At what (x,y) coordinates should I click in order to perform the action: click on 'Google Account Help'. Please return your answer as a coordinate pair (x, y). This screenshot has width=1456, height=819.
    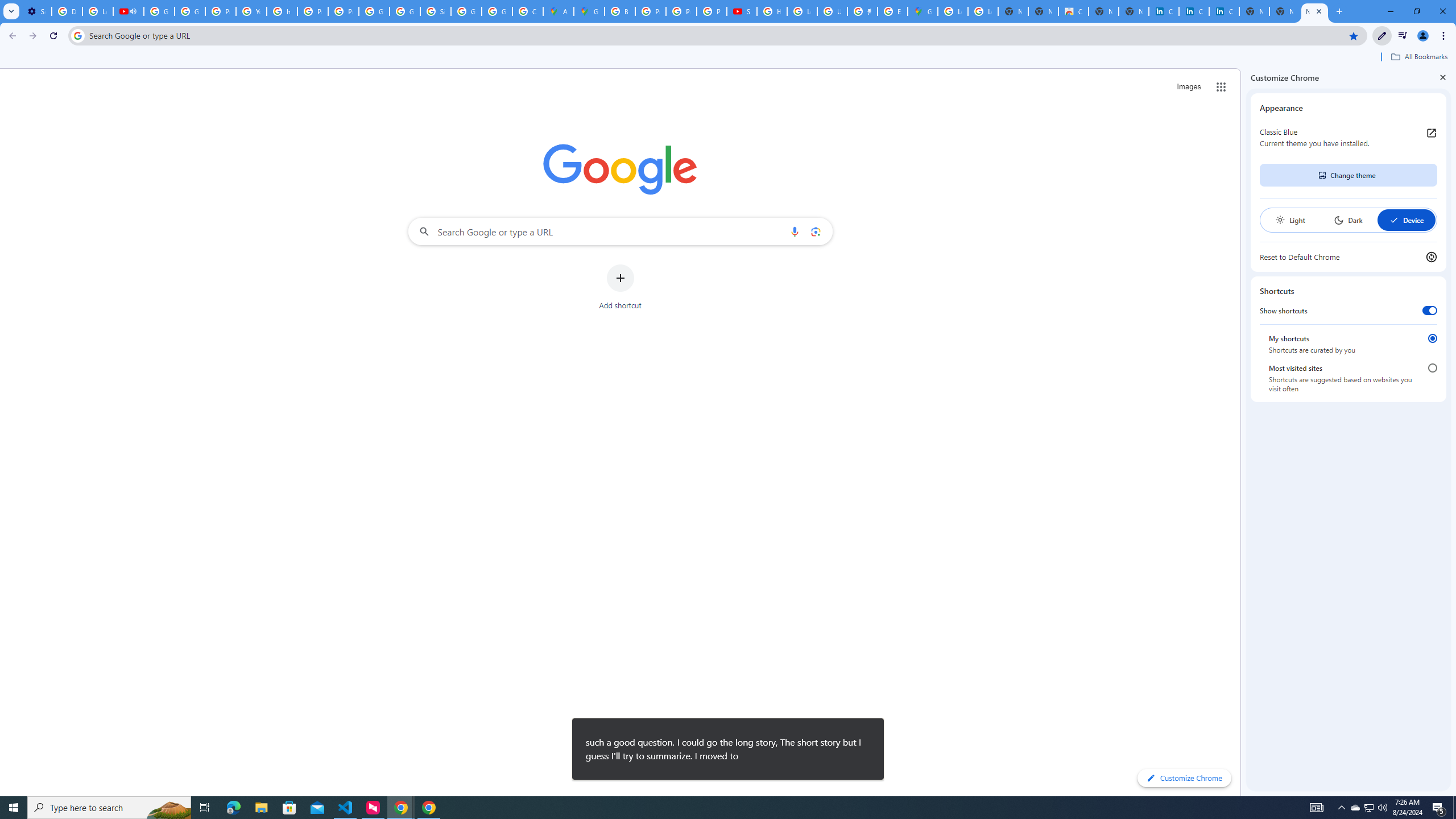
    Looking at the image, I should click on (190, 11).